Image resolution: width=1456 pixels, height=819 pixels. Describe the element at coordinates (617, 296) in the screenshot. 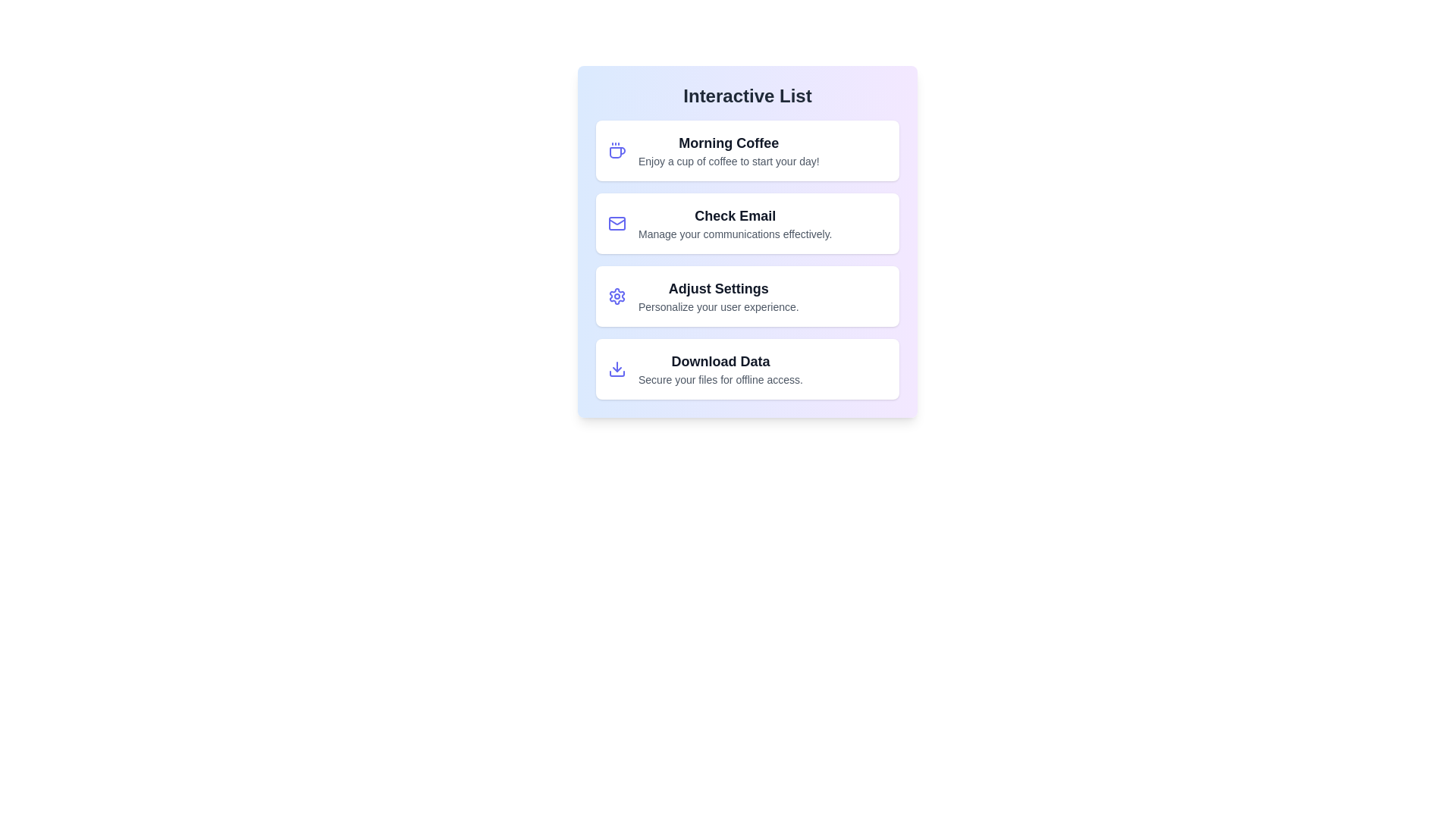

I see `the icon associated with Adjust Settings to inspect it` at that location.